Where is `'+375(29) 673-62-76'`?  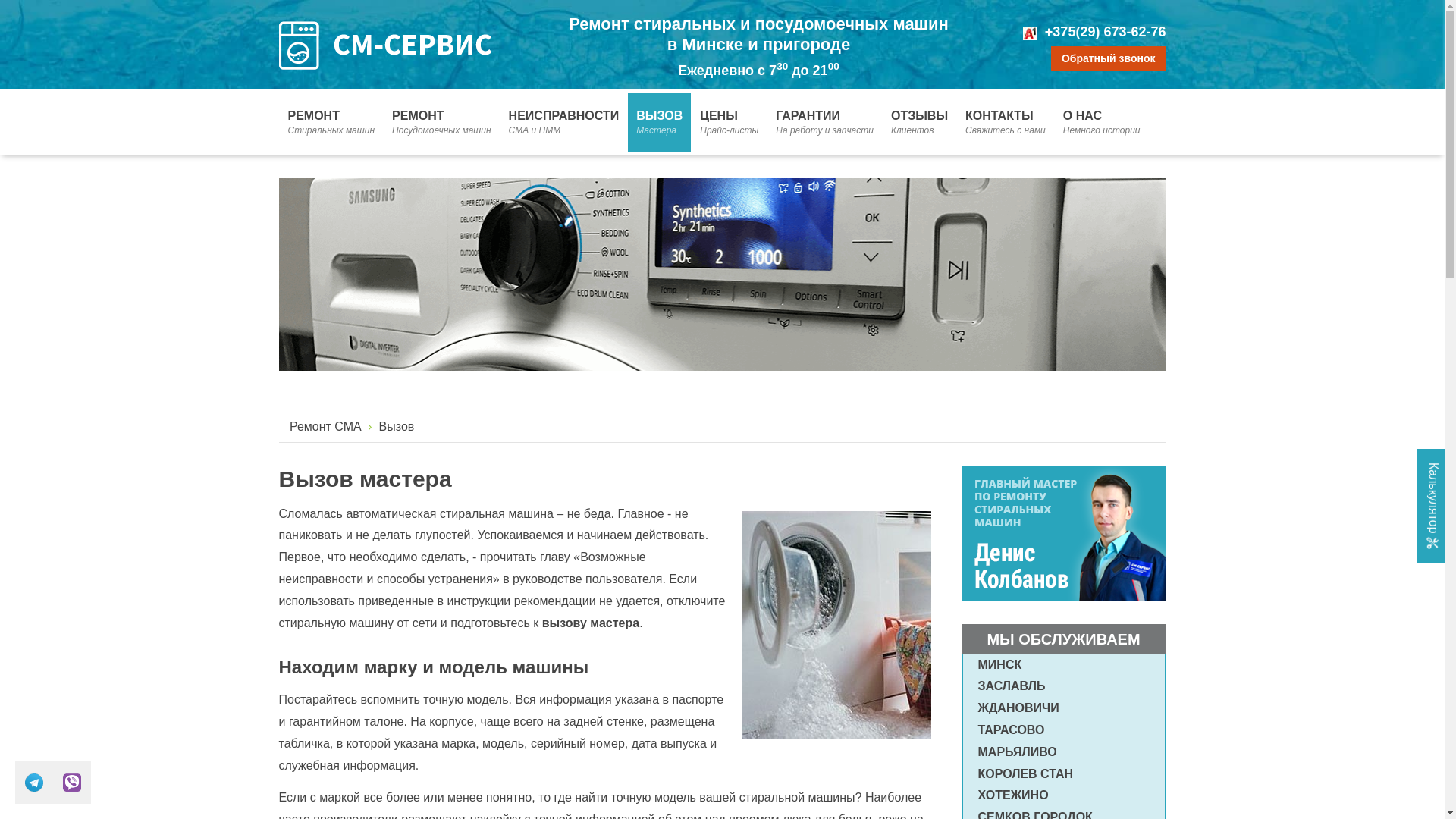
'+375(29) 673-62-76' is located at coordinates (1106, 32).